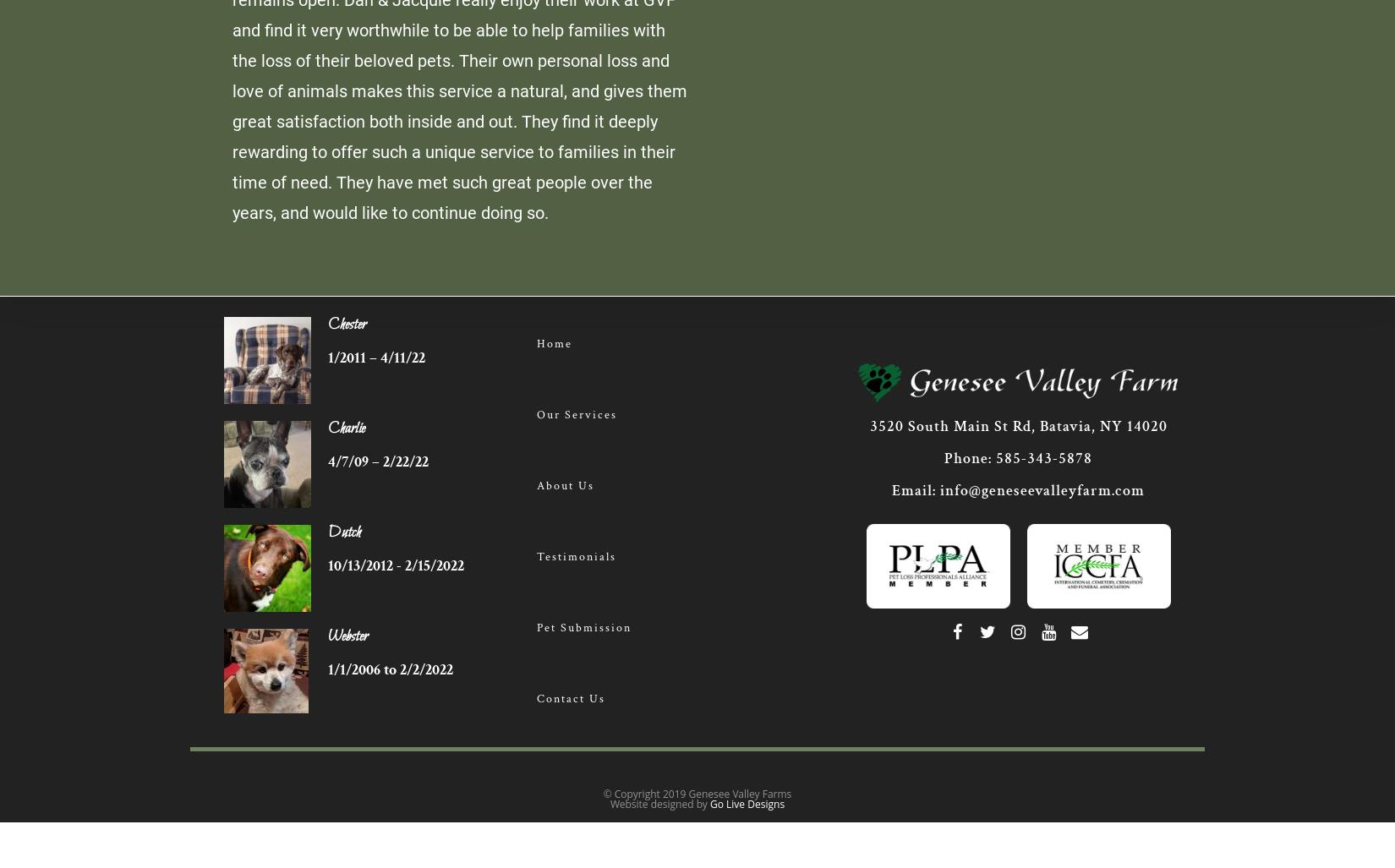  What do you see at coordinates (574, 556) in the screenshot?
I see `'Testimonials'` at bounding box center [574, 556].